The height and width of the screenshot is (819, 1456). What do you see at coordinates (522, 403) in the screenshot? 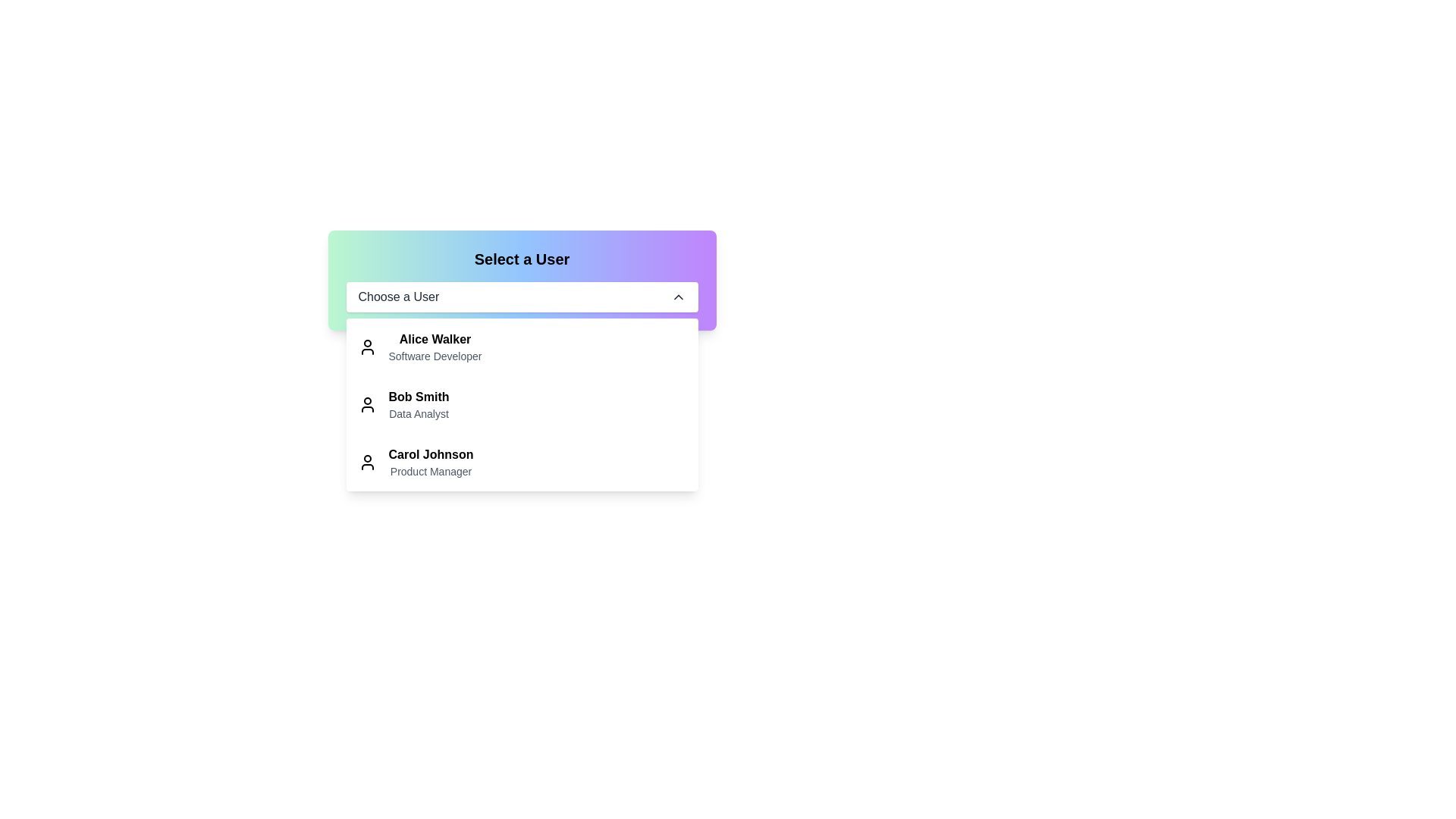
I see `the dropdown list item representing 'Bob Smith', which is the second item in the list` at bounding box center [522, 403].